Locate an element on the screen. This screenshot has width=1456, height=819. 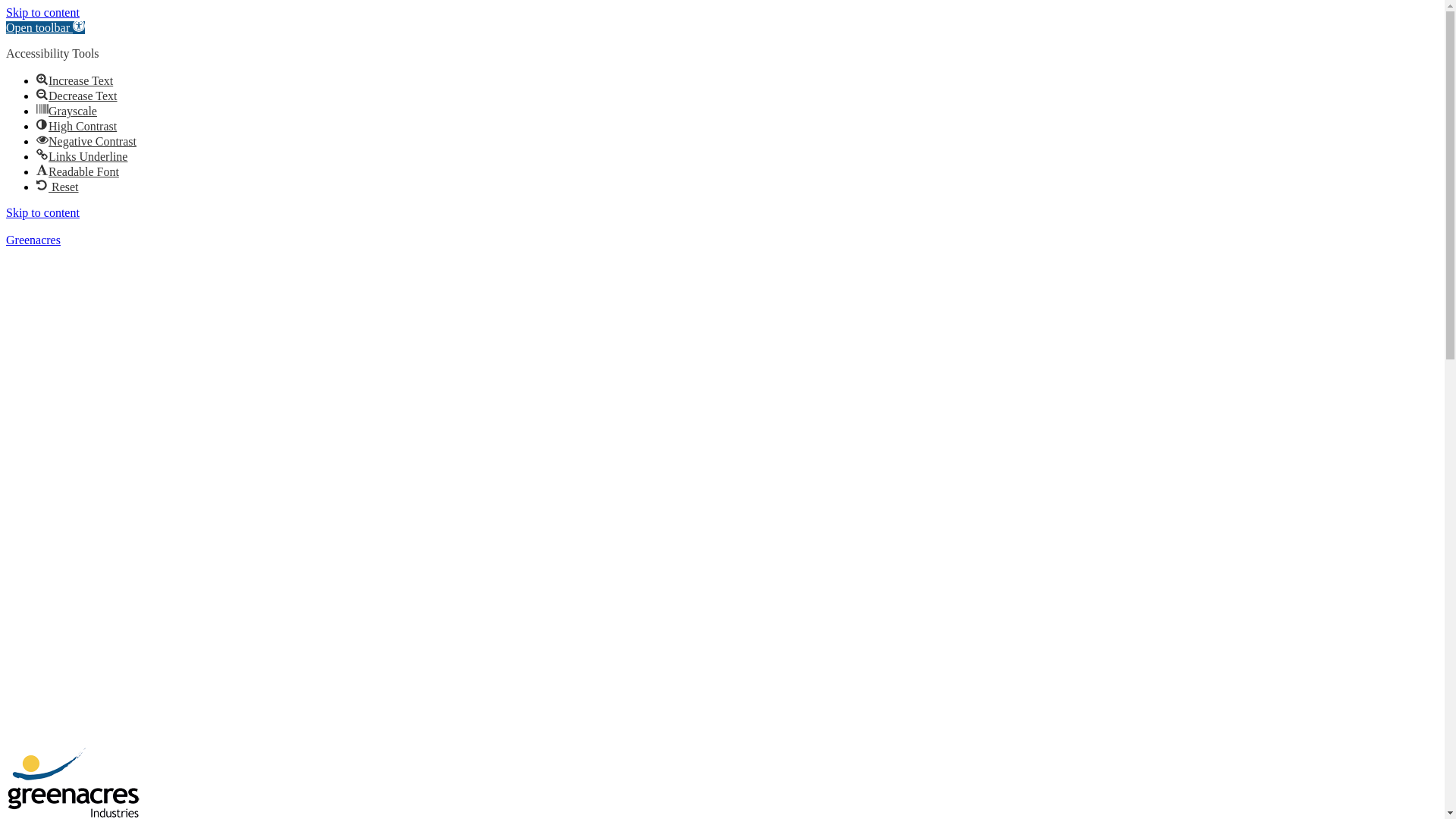
'Reset Reset' is located at coordinates (58, 186).